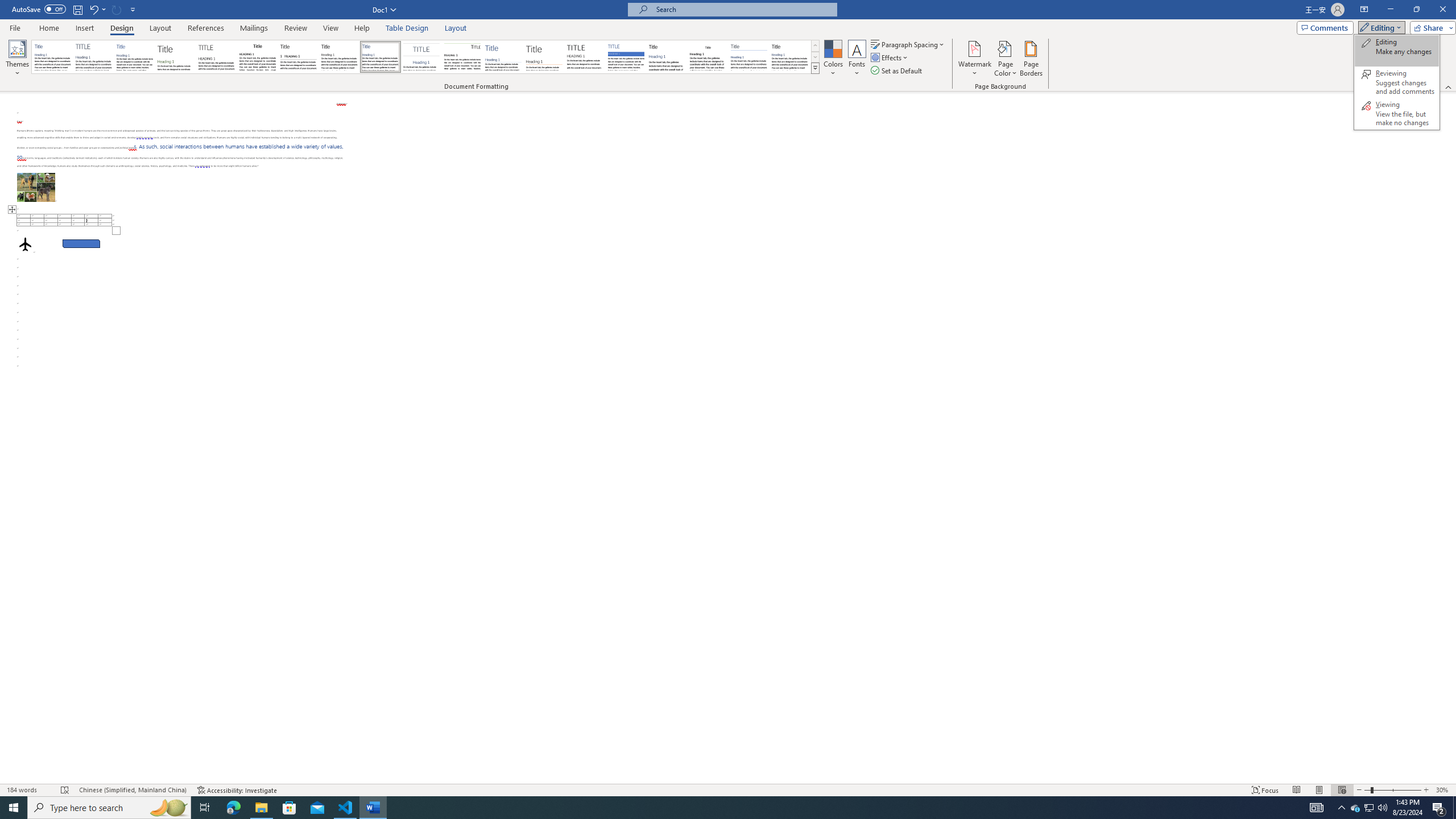 The height and width of the screenshot is (819, 1456). I want to click on 'Set as Default', so click(897, 69).